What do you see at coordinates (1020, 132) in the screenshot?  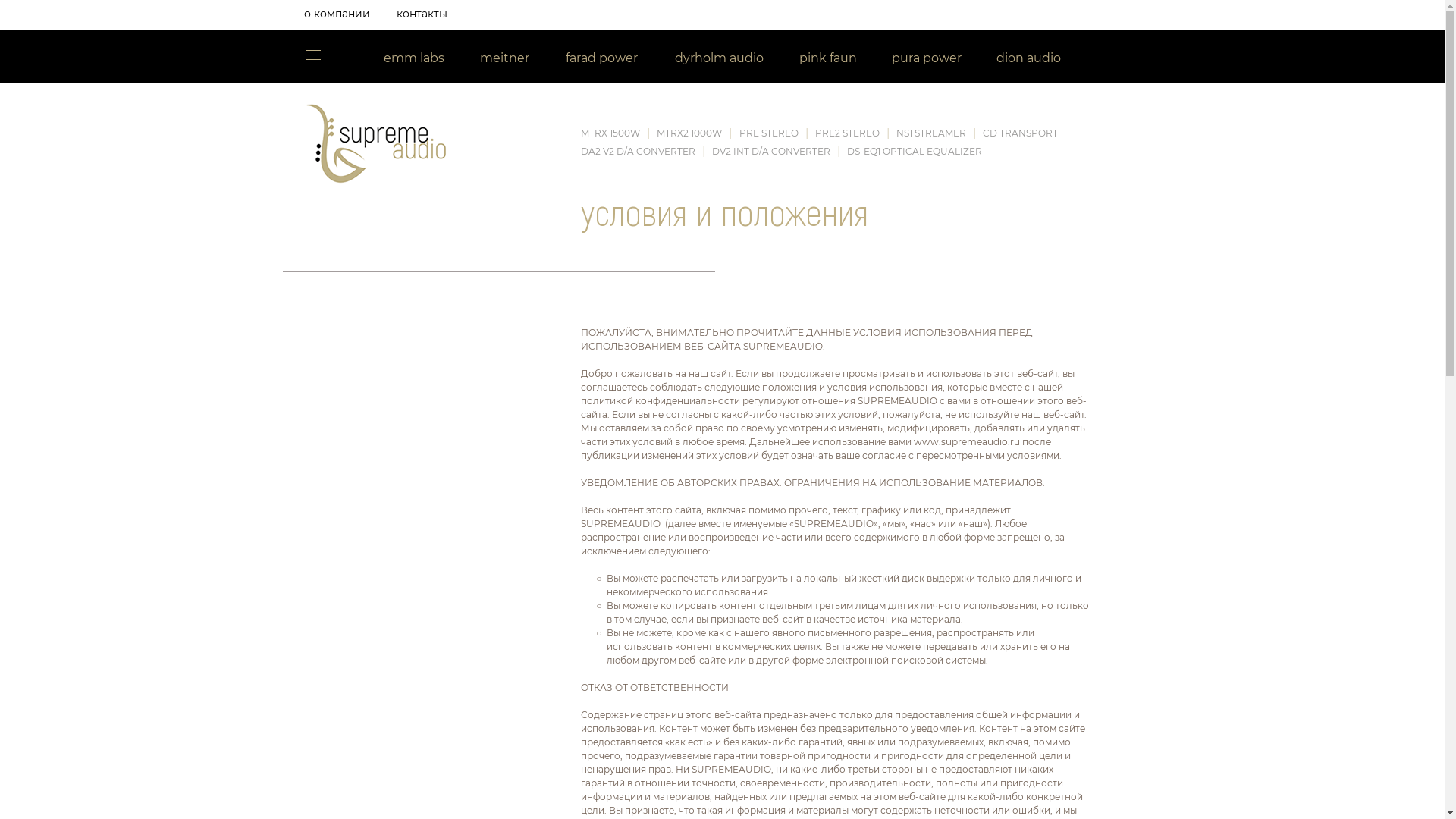 I see `'CD TRANSPORT'` at bounding box center [1020, 132].